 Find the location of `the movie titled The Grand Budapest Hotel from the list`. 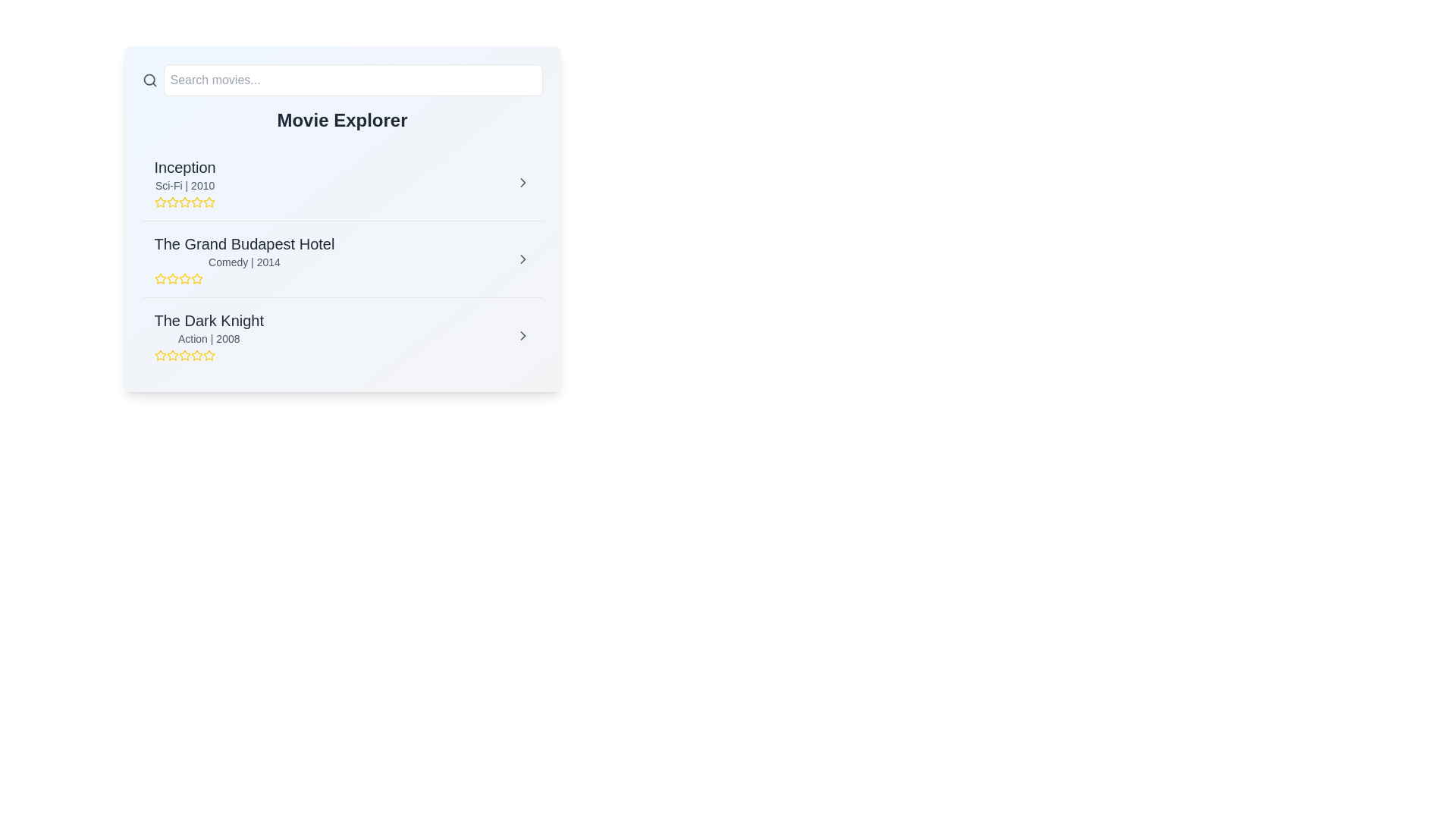

the movie titled The Grand Budapest Hotel from the list is located at coordinates (522, 259).